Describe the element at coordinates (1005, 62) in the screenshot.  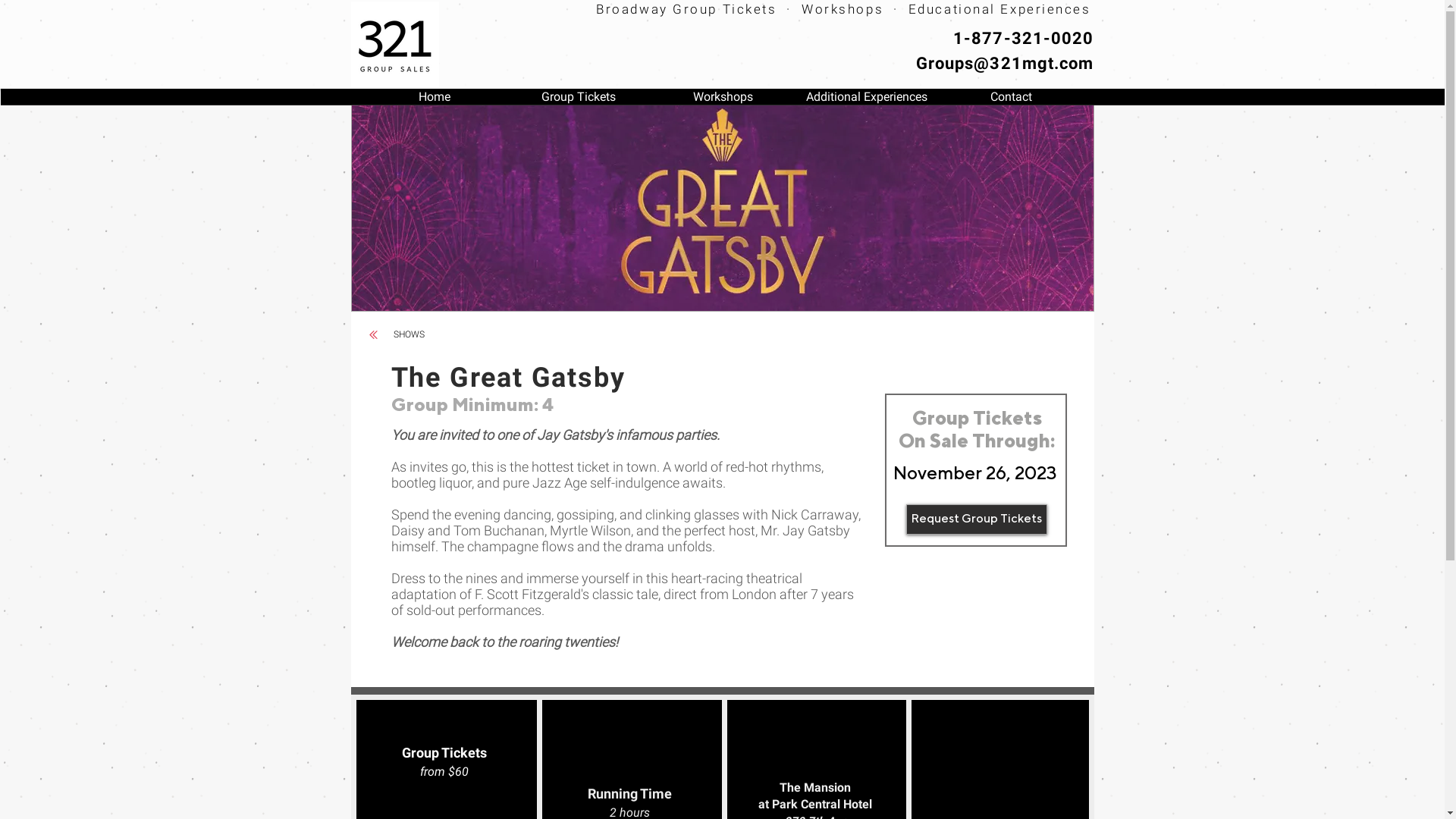
I see `'Groups@321mgt.com'` at that location.